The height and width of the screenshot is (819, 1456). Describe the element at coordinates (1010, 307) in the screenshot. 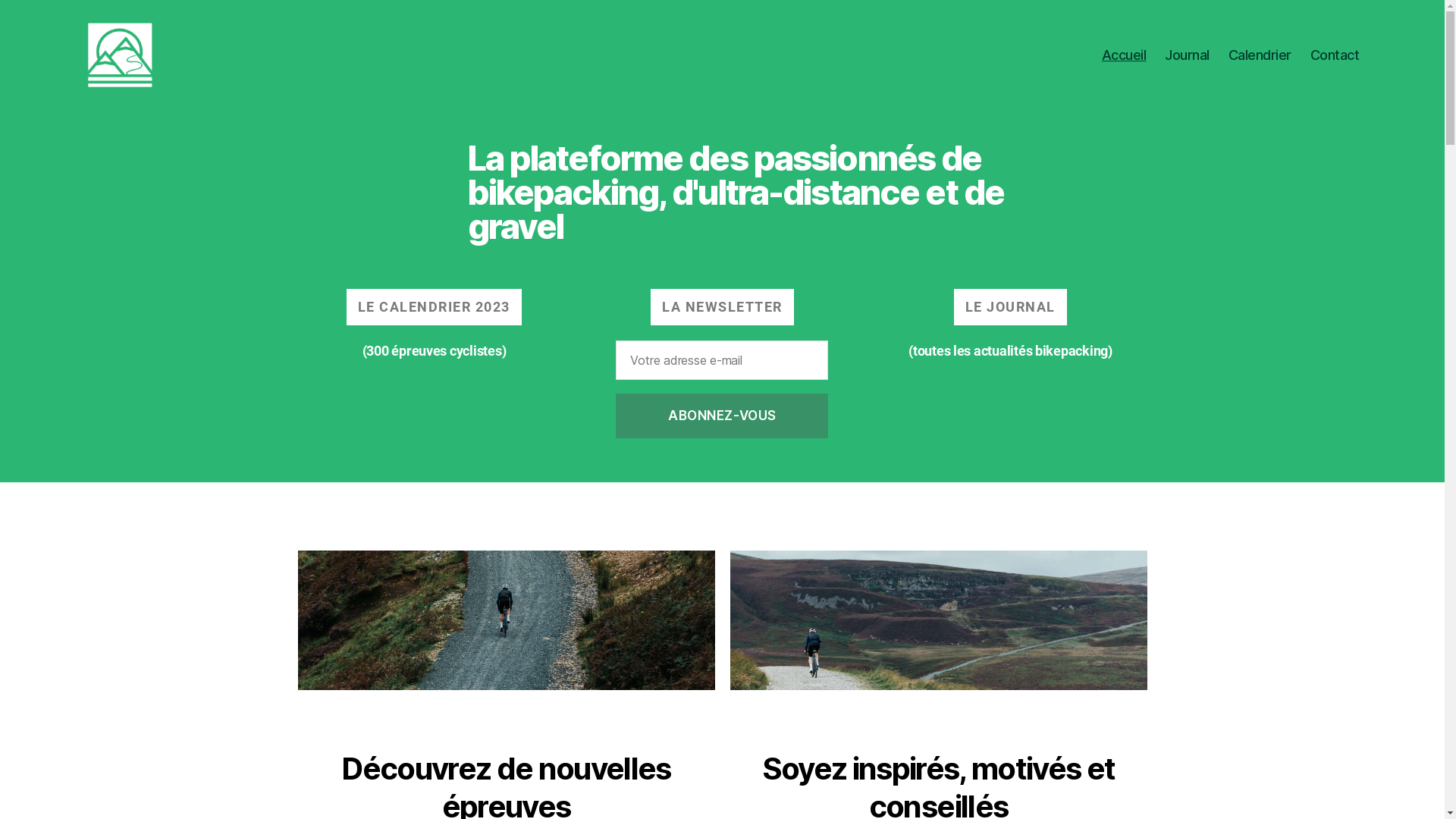

I see `'LE JOURNAL'` at that location.